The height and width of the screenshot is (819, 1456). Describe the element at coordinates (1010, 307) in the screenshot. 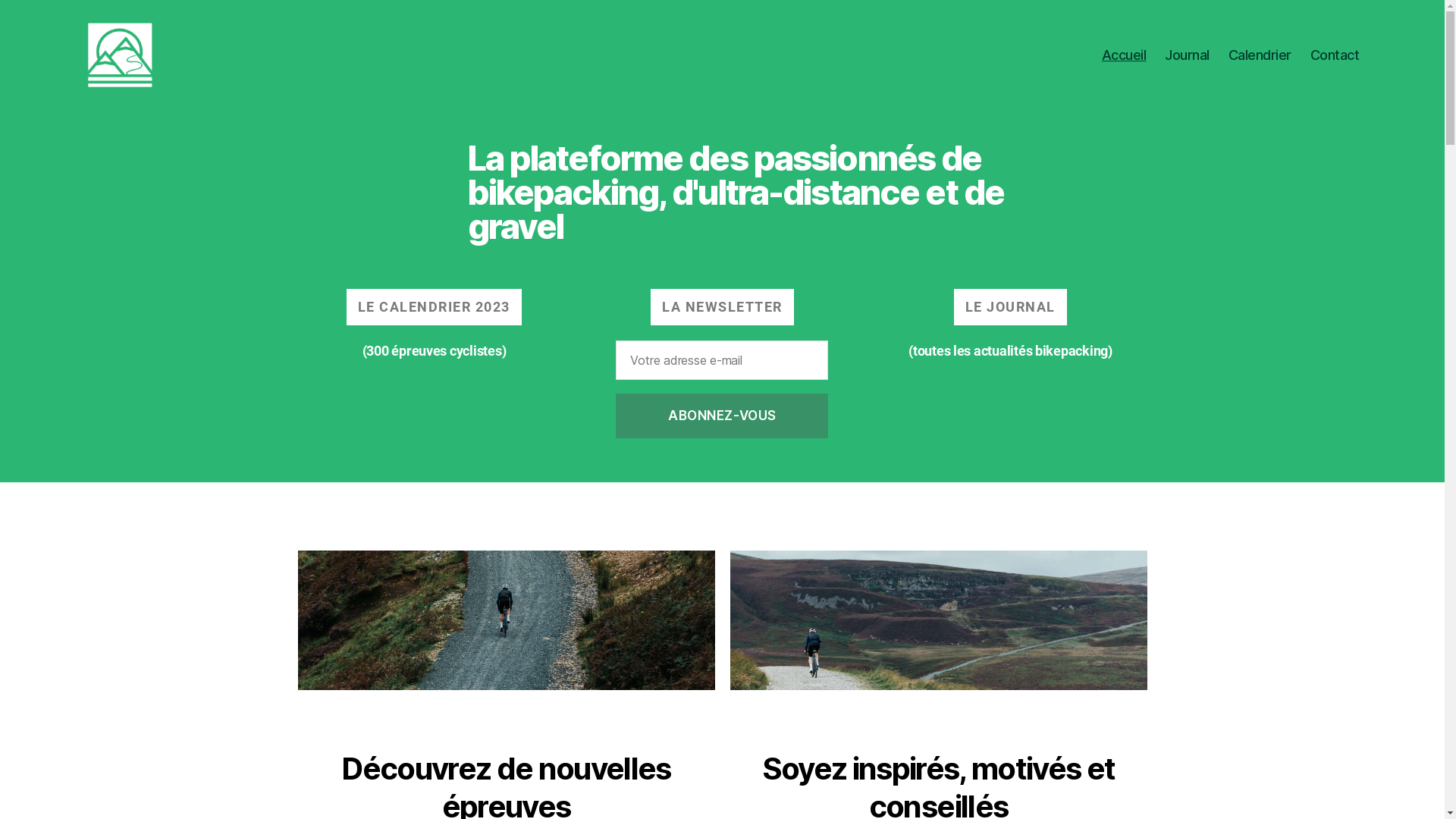

I see `'LE JOURNAL'` at that location.